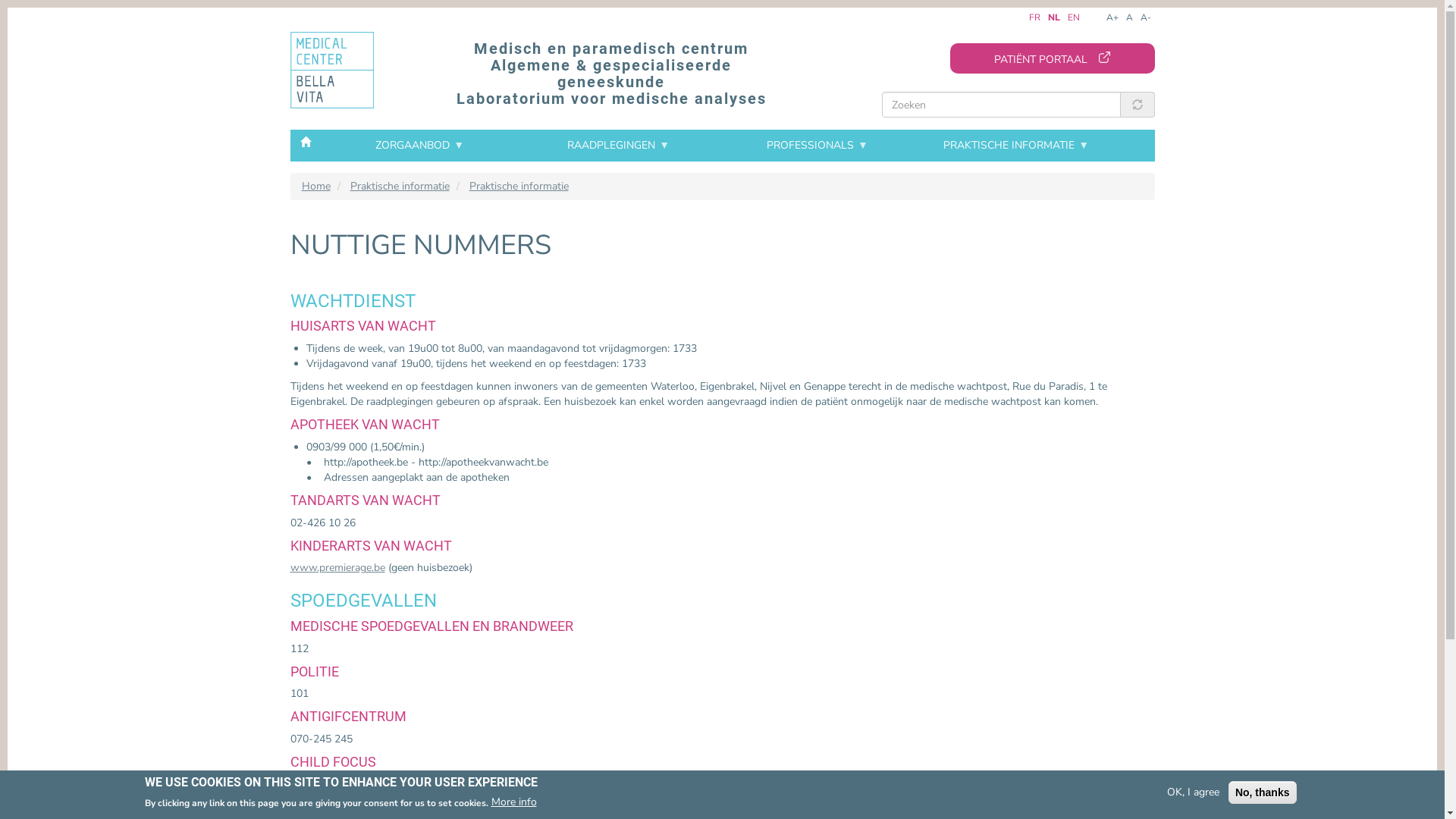  What do you see at coordinates (387, 281) in the screenshot?
I see `'GESPECIALISEERDE GENEESKUNDE'` at bounding box center [387, 281].